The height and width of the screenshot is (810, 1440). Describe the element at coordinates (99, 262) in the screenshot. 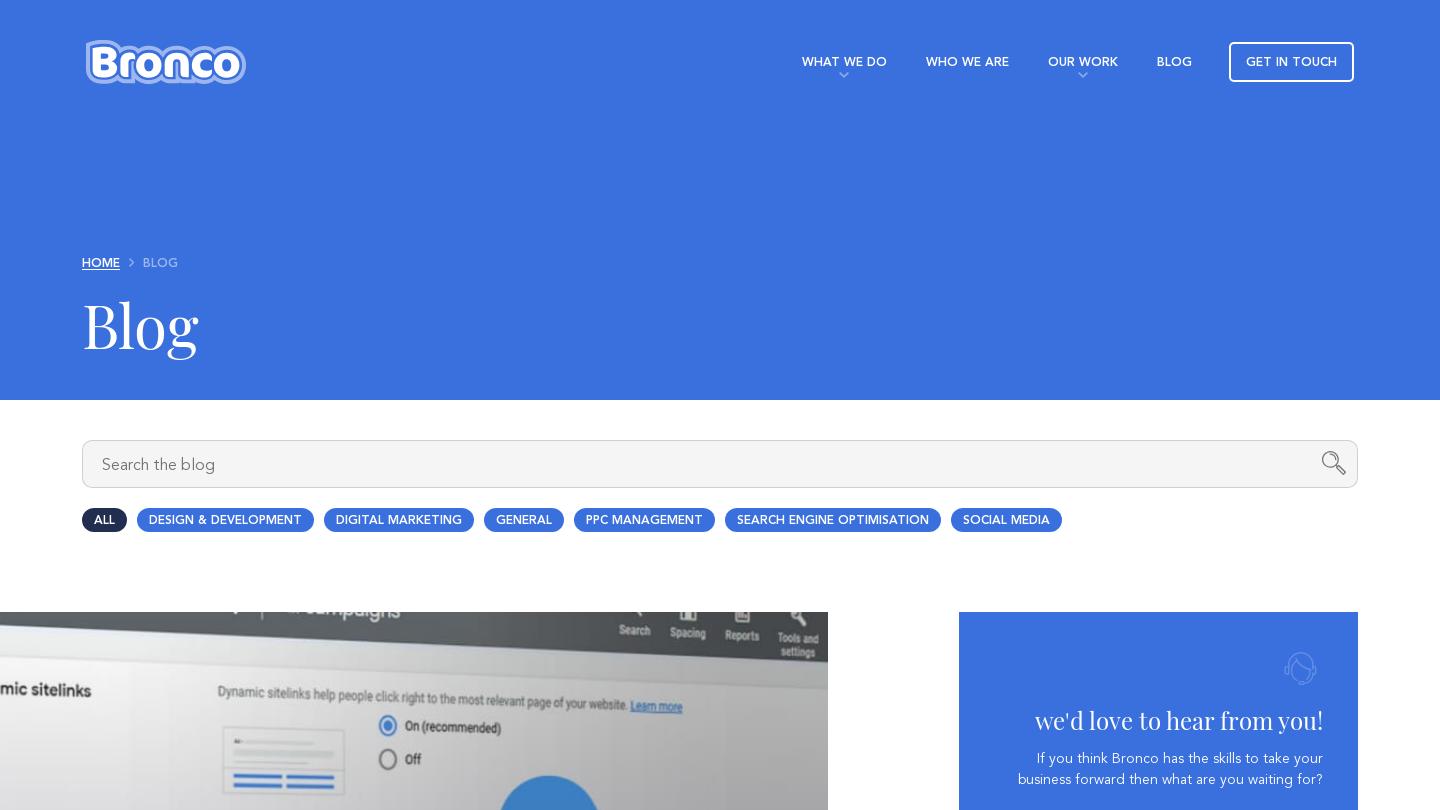

I see `'Home'` at that location.